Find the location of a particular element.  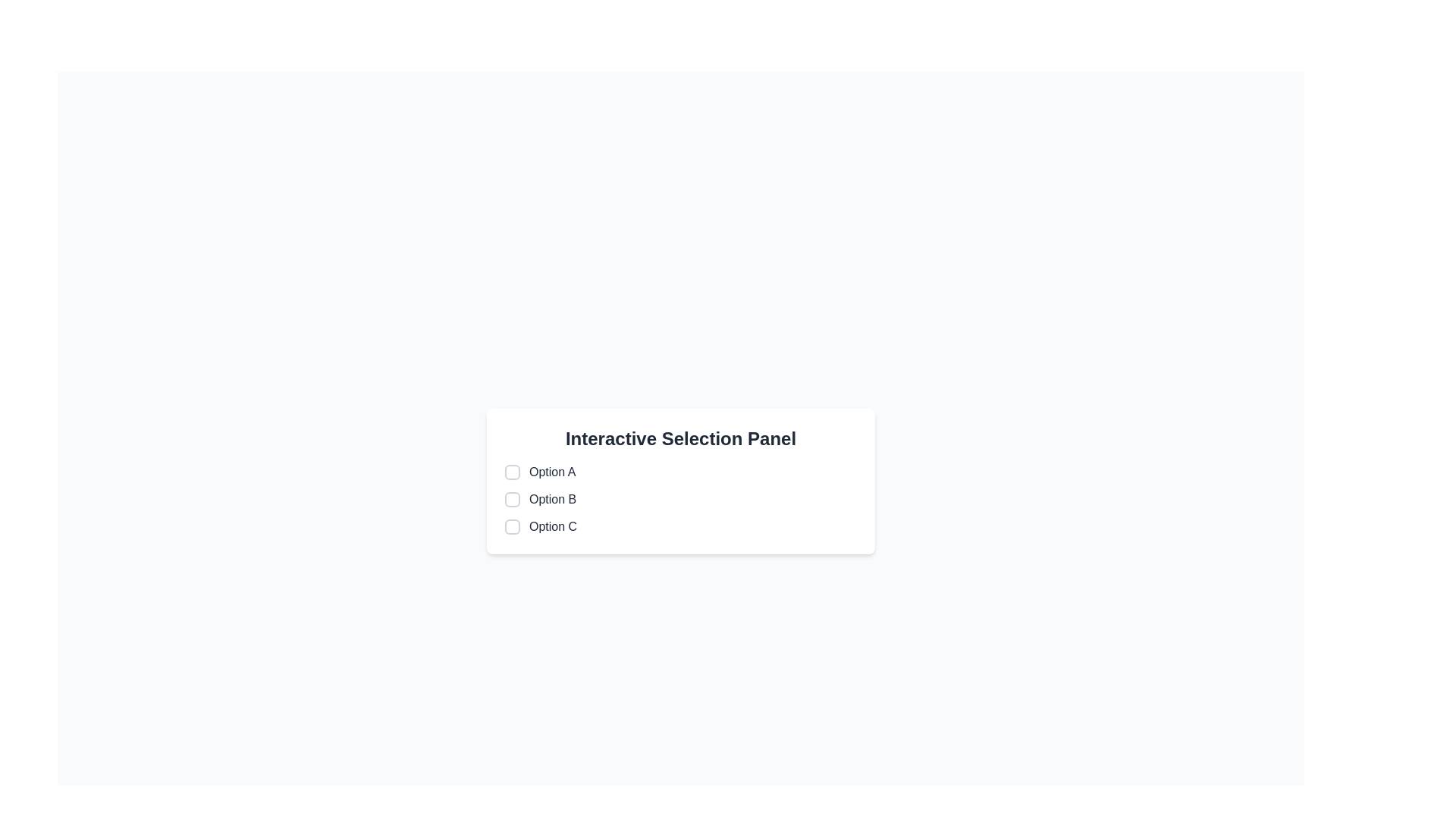

the text label located immediately to the right of the associated checkbox in the third row of the vertical list of selectable options is located at coordinates (552, 526).